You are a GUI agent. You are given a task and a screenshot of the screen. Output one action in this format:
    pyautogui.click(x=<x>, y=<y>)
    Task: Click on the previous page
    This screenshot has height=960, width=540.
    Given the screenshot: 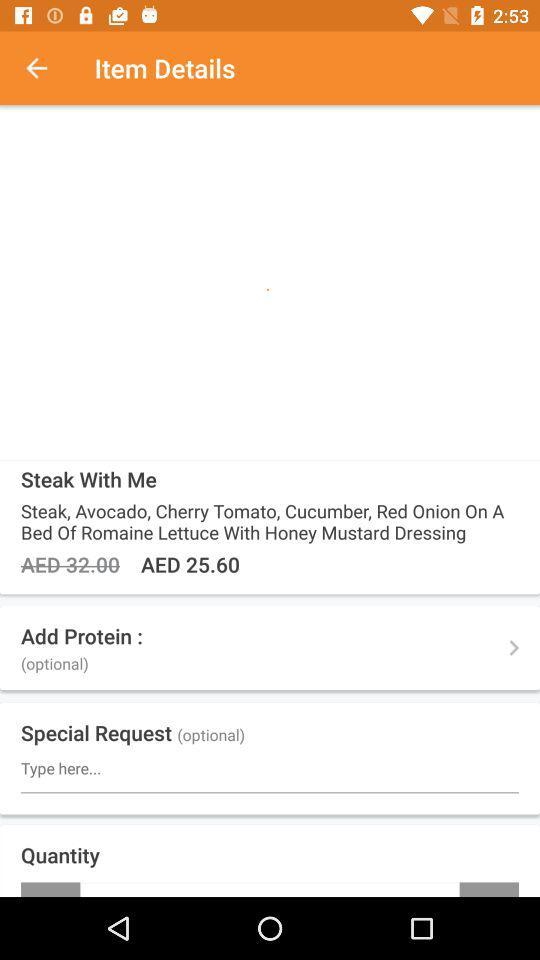 What is the action you would take?
    pyautogui.click(x=47, y=68)
    